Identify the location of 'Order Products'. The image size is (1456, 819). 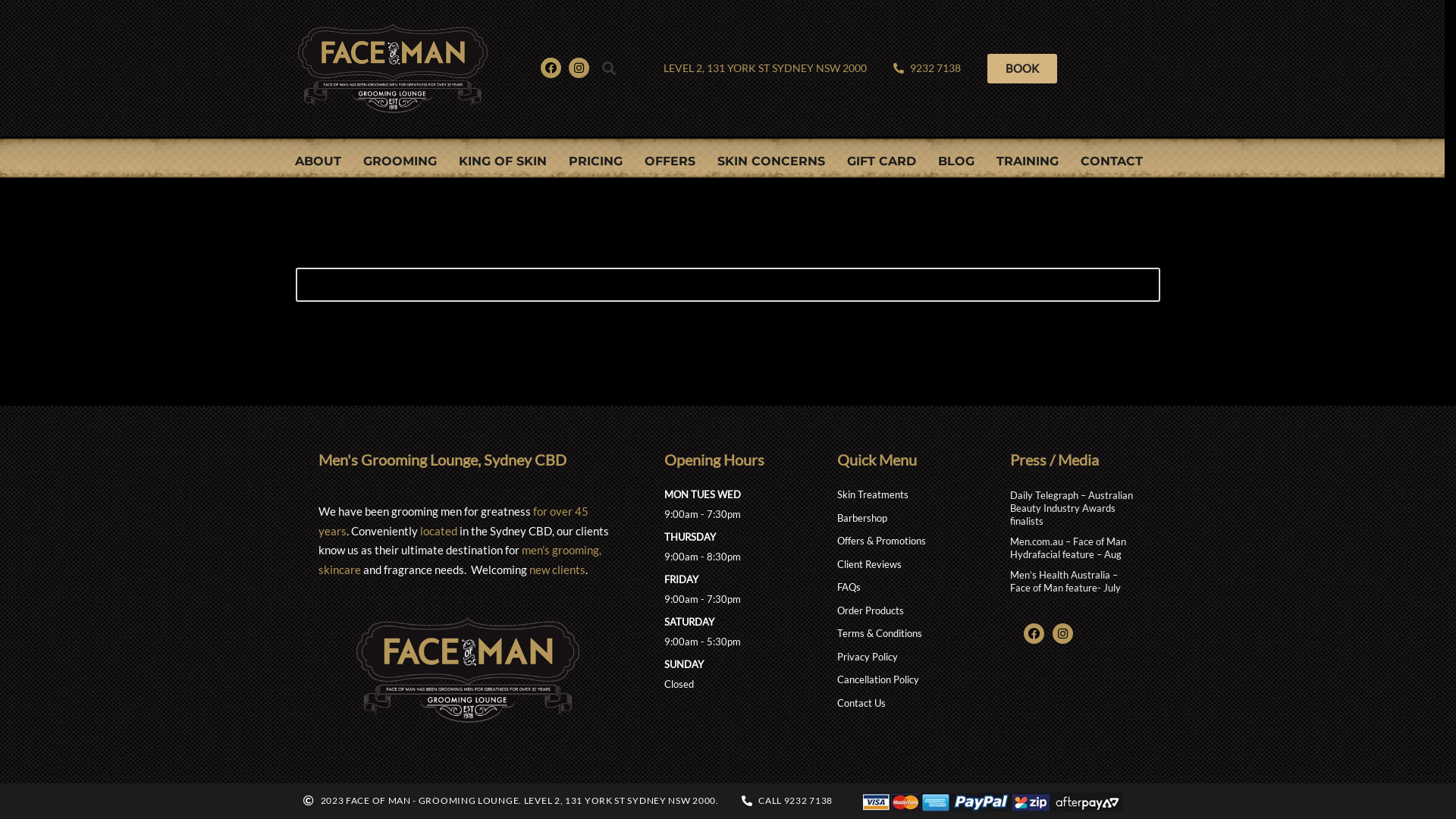
(900, 610).